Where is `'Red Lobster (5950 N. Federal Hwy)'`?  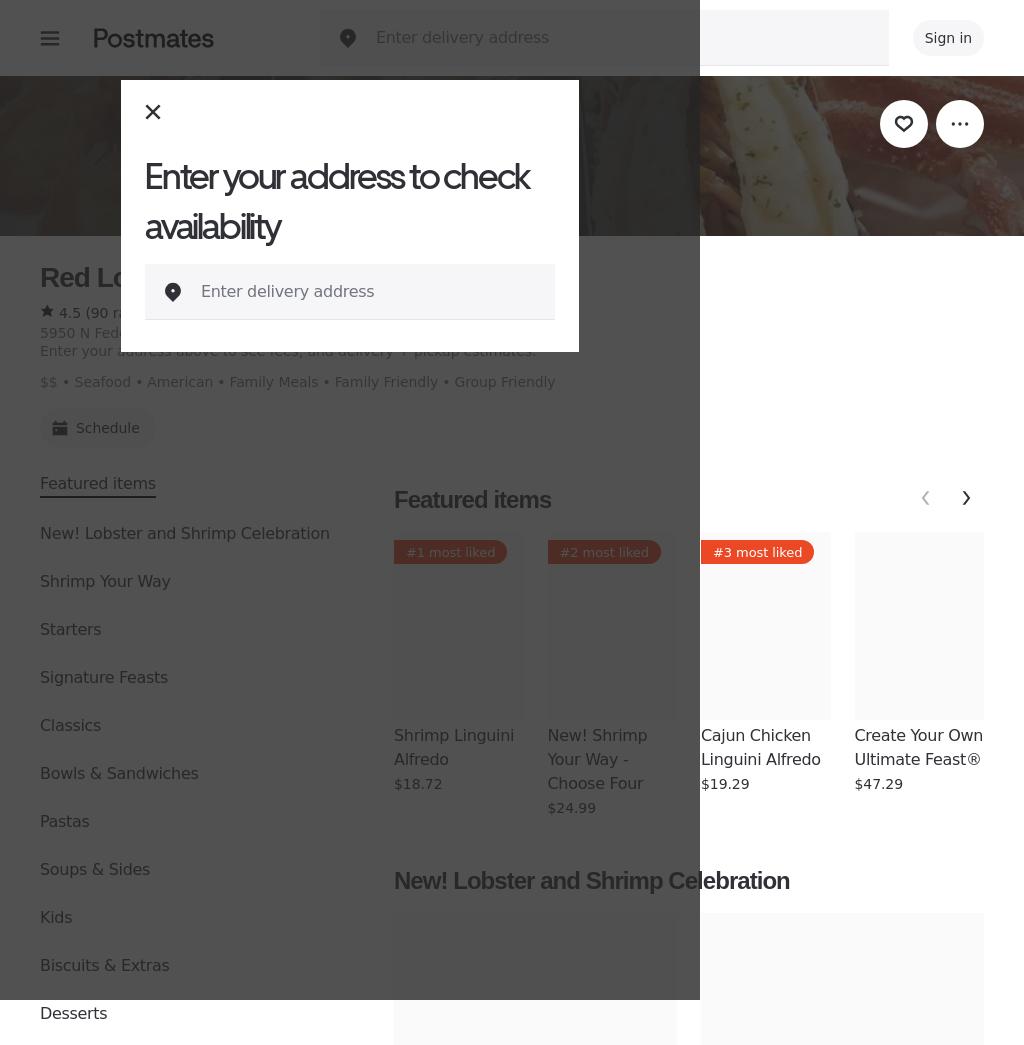
'Red Lobster (5950 N. Federal Hwy)' is located at coordinates (252, 276).